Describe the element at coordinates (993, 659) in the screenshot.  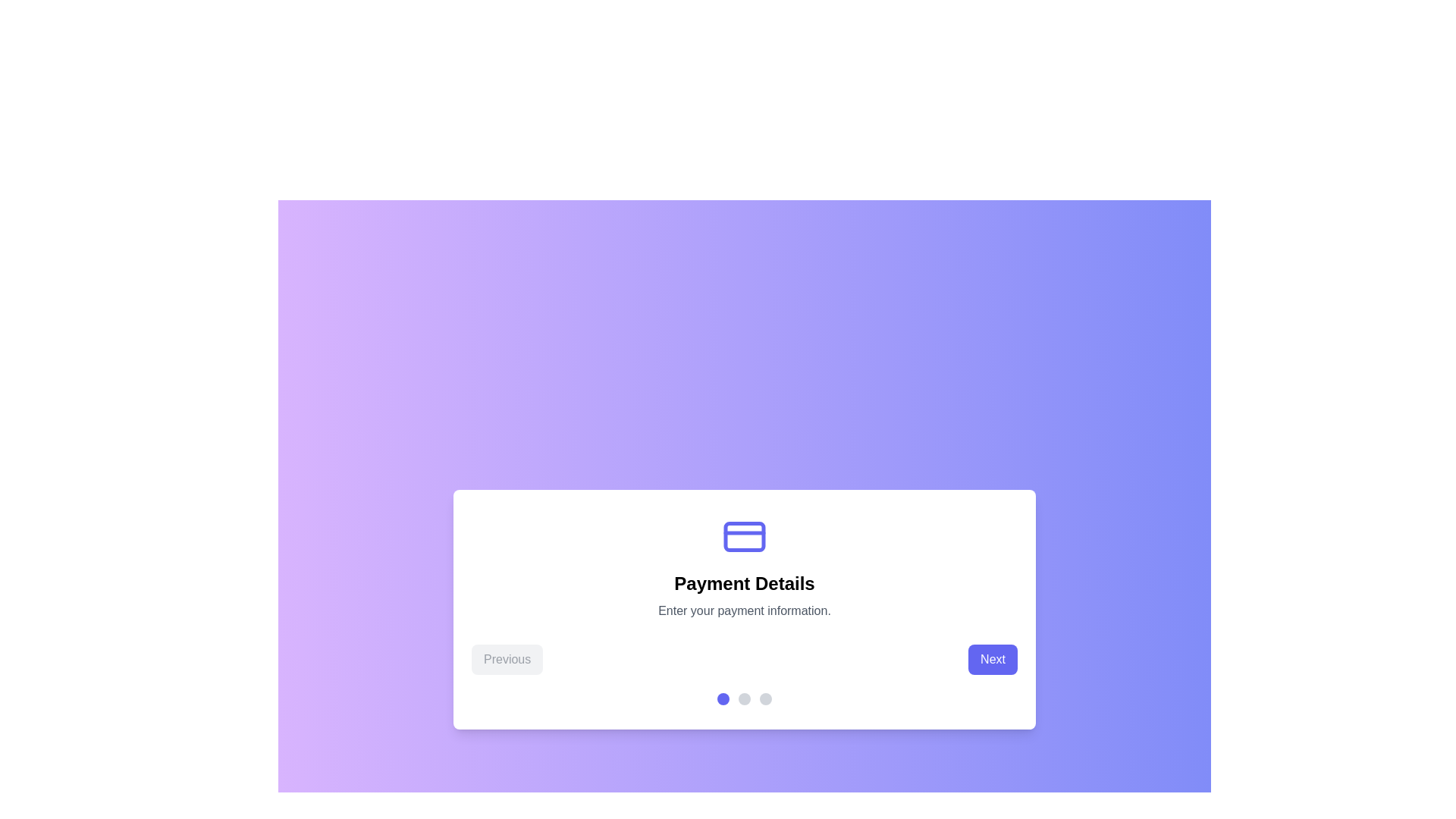
I see `'Next' button to proceed to the next step in the checkout process` at that location.